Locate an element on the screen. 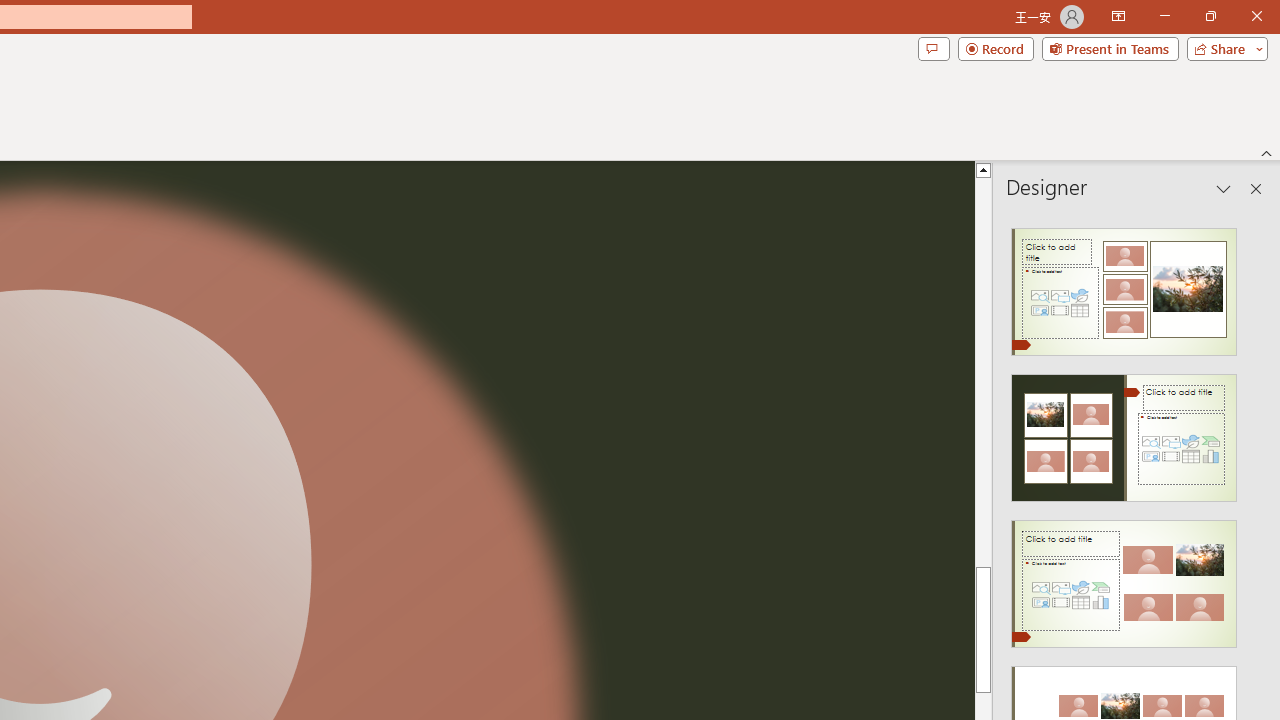 The width and height of the screenshot is (1280, 720). 'Record' is located at coordinates (995, 47).